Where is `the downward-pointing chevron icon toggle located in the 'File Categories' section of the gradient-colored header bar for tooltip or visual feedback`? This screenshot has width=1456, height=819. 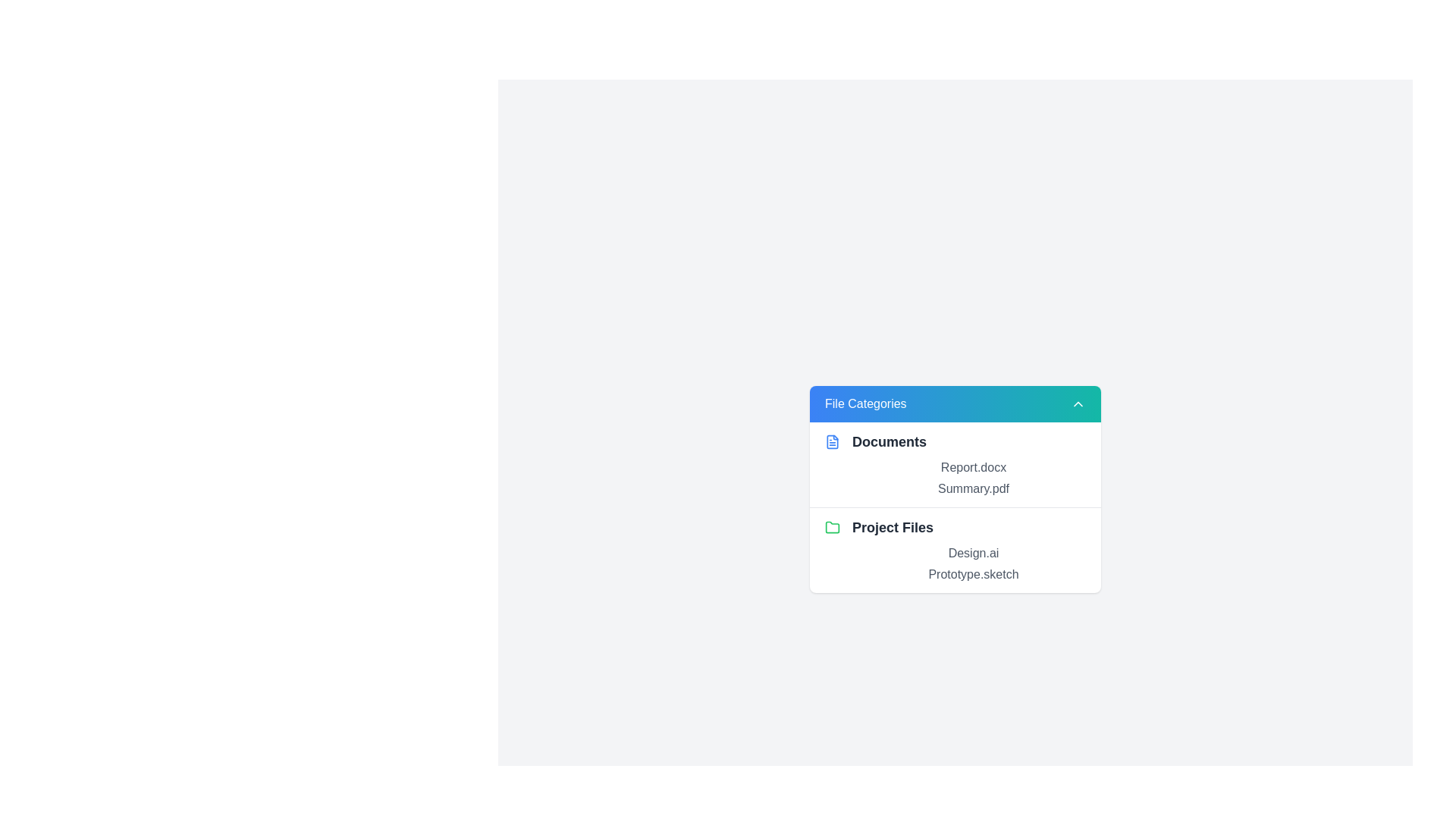
the downward-pointing chevron icon toggle located in the 'File Categories' section of the gradient-colored header bar for tooltip or visual feedback is located at coordinates (1077, 403).